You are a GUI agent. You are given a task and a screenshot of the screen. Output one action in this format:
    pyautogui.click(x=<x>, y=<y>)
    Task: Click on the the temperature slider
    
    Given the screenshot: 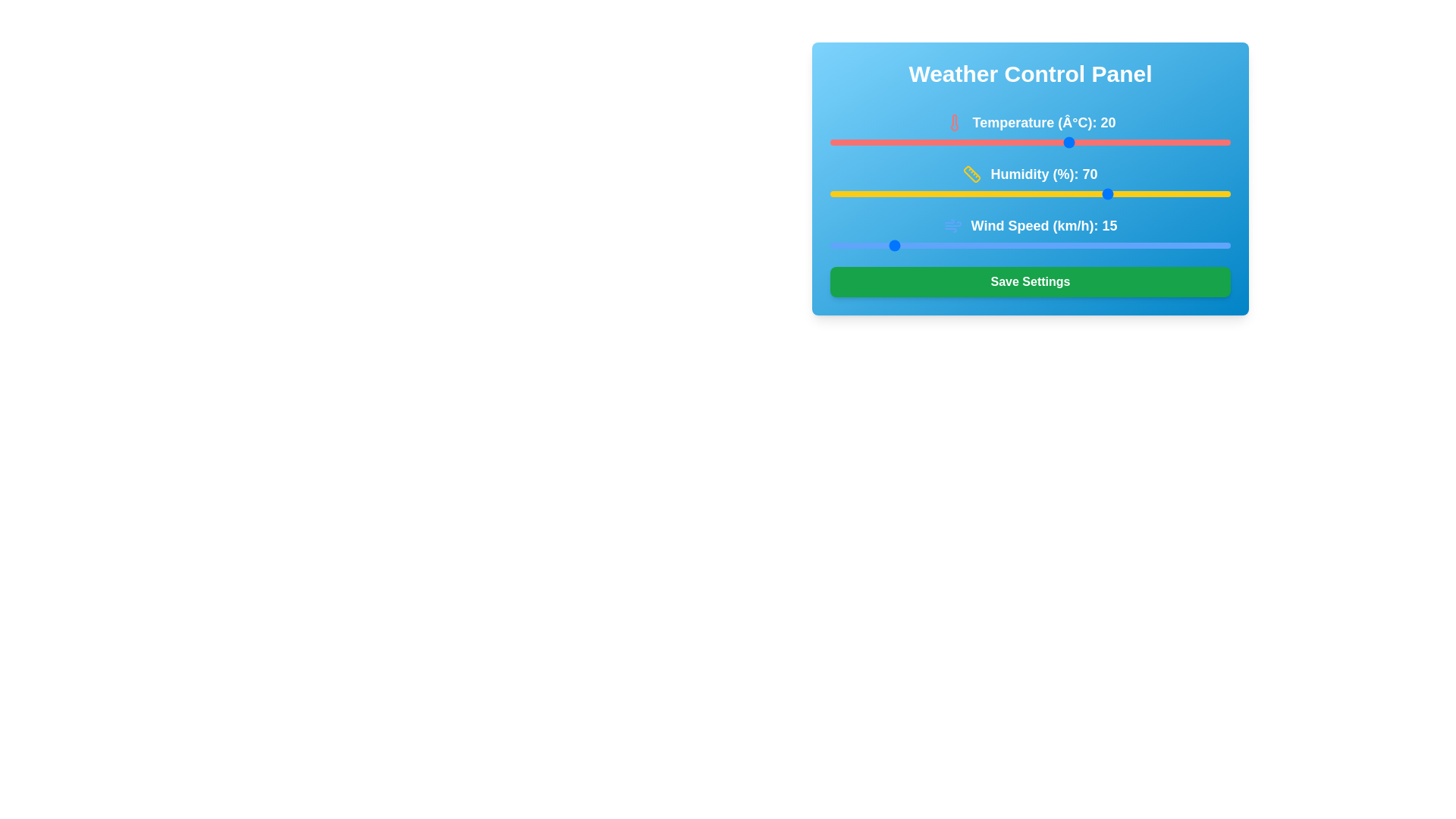 What is the action you would take?
    pyautogui.click(x=870, y=143)
    